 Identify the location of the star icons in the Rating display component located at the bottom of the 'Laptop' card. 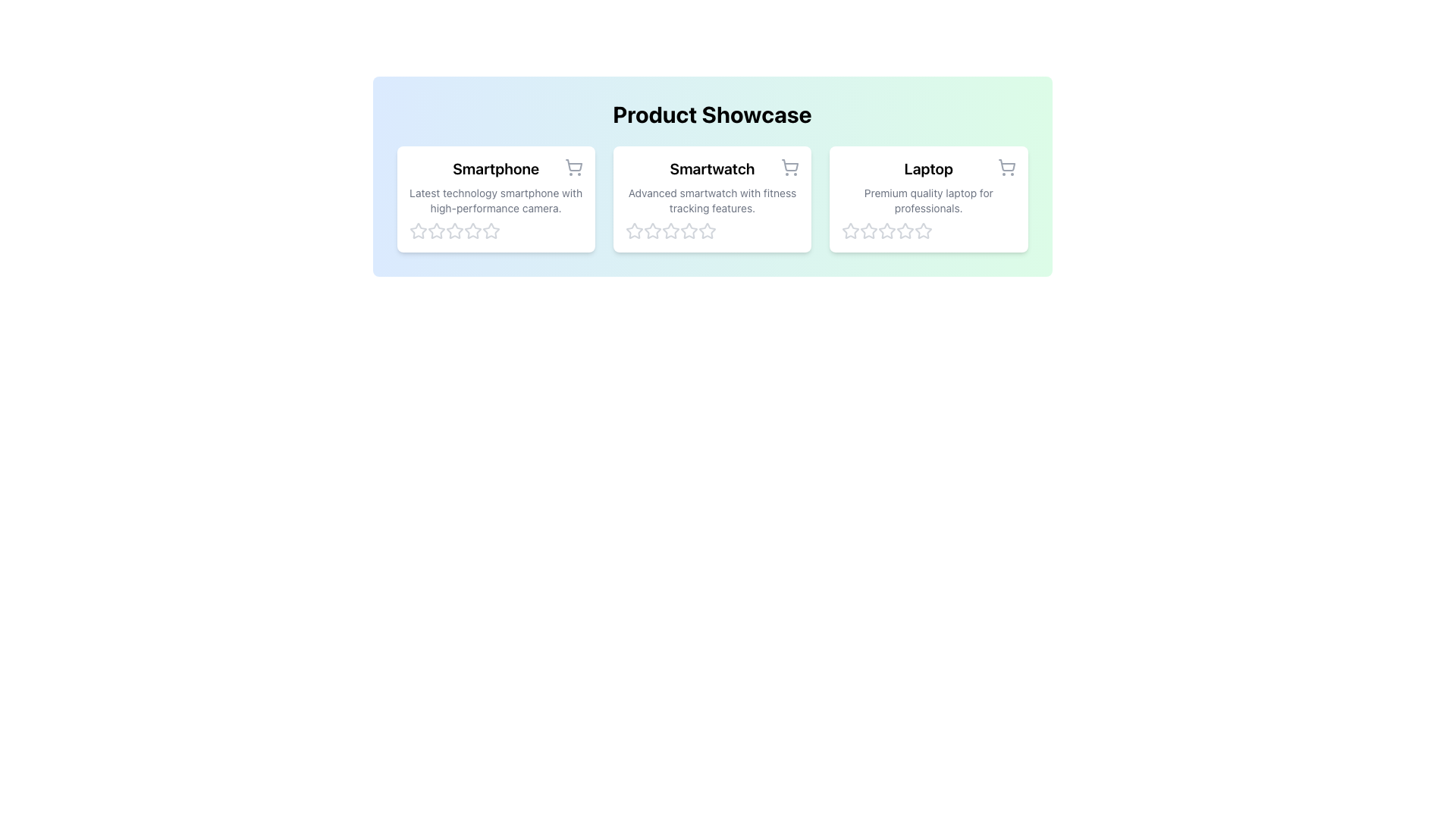
(927, 231).